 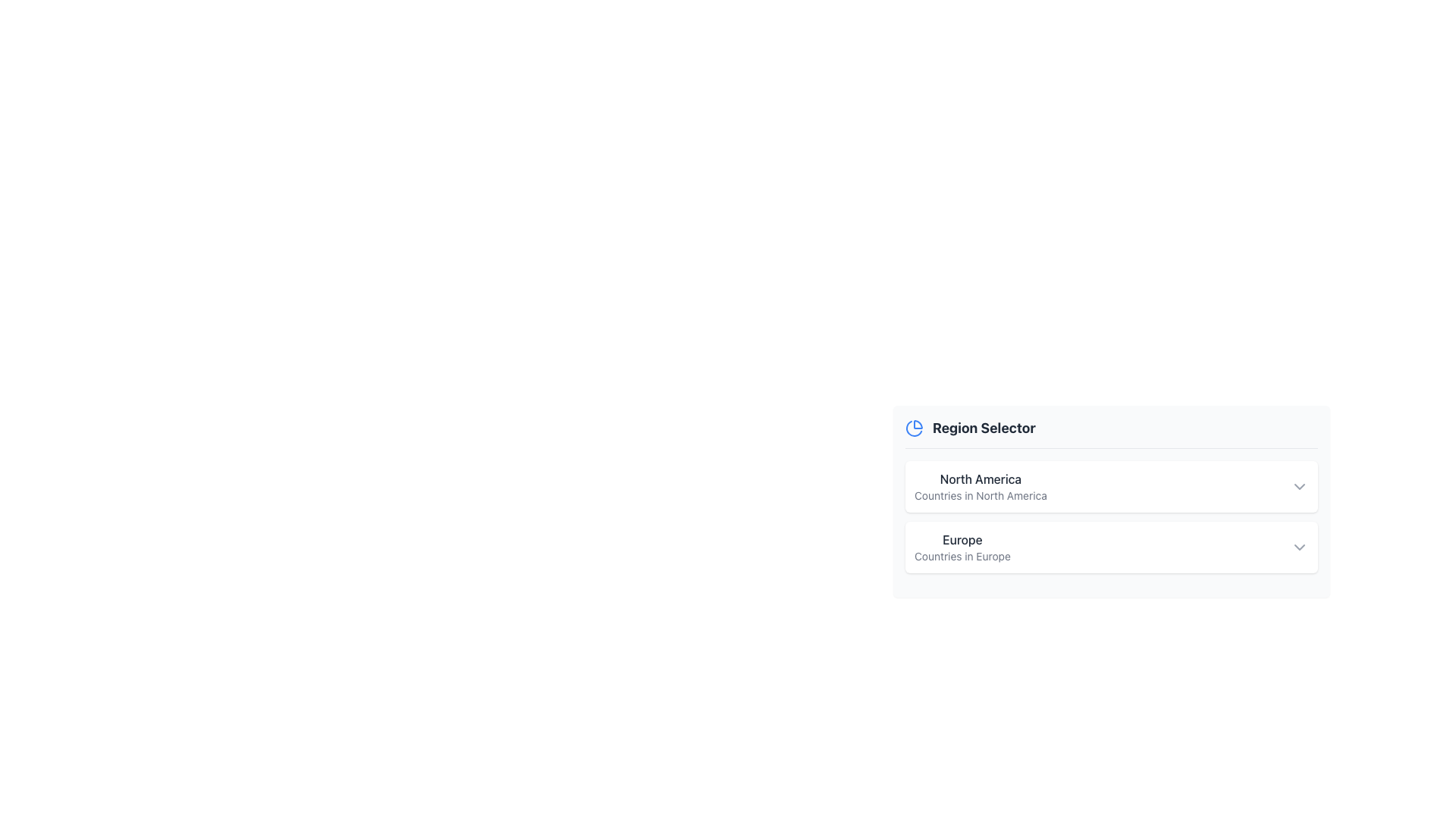 What do you see at coordinates (962, 539) in the screenshot?
I see `the static text label containing the word 'Europe', which is styled in bold and medium-weight font, located in the 'Region Selector' section above the description 'Countries in Europe'` at bounding box center [962, 539].